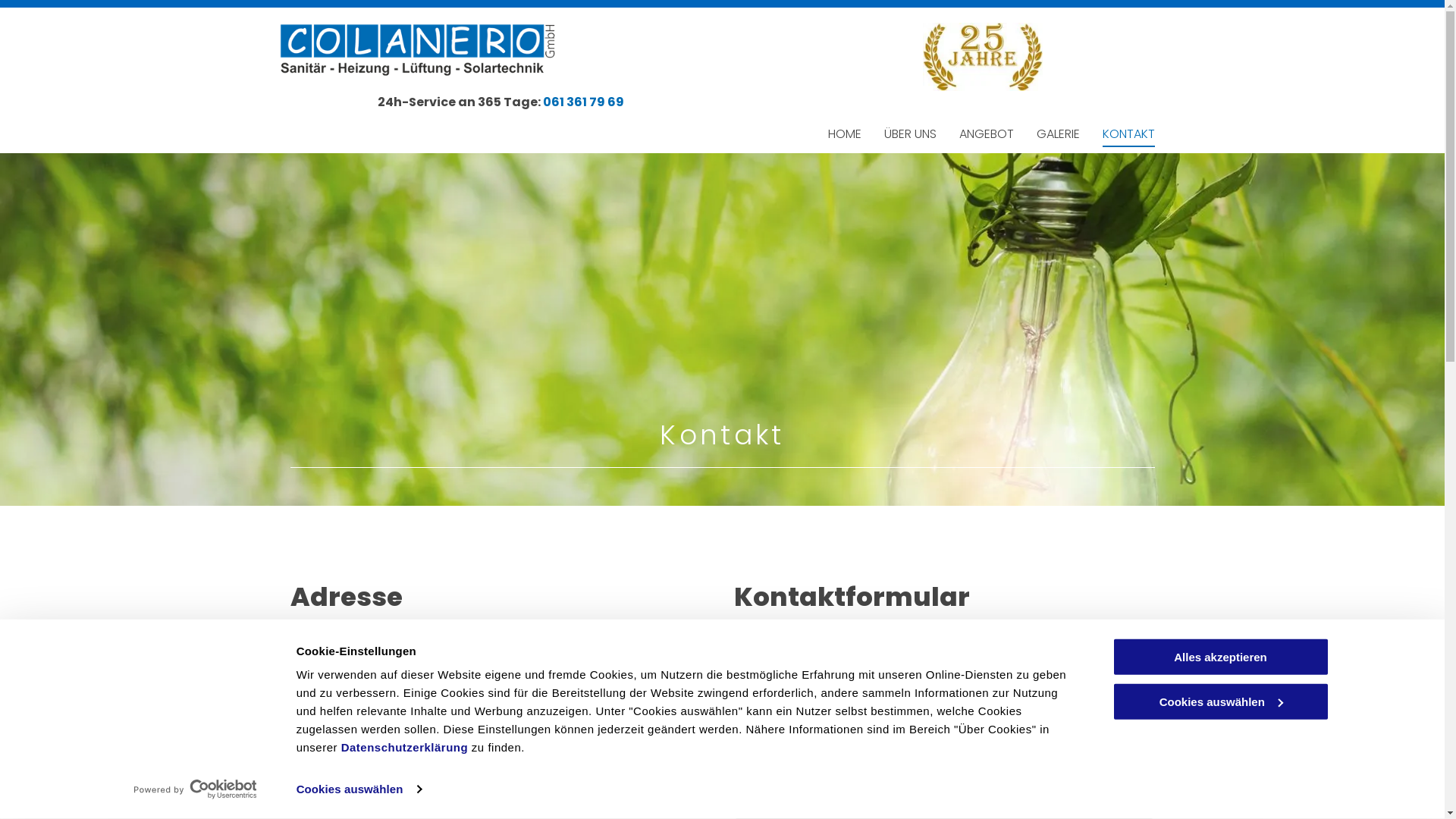 This screenshot has height=819, width=1456. What do you see at coordinates (582, 102) in the screenshot?
I see `'061 361 79 69'` at bounding box center [582, 102].